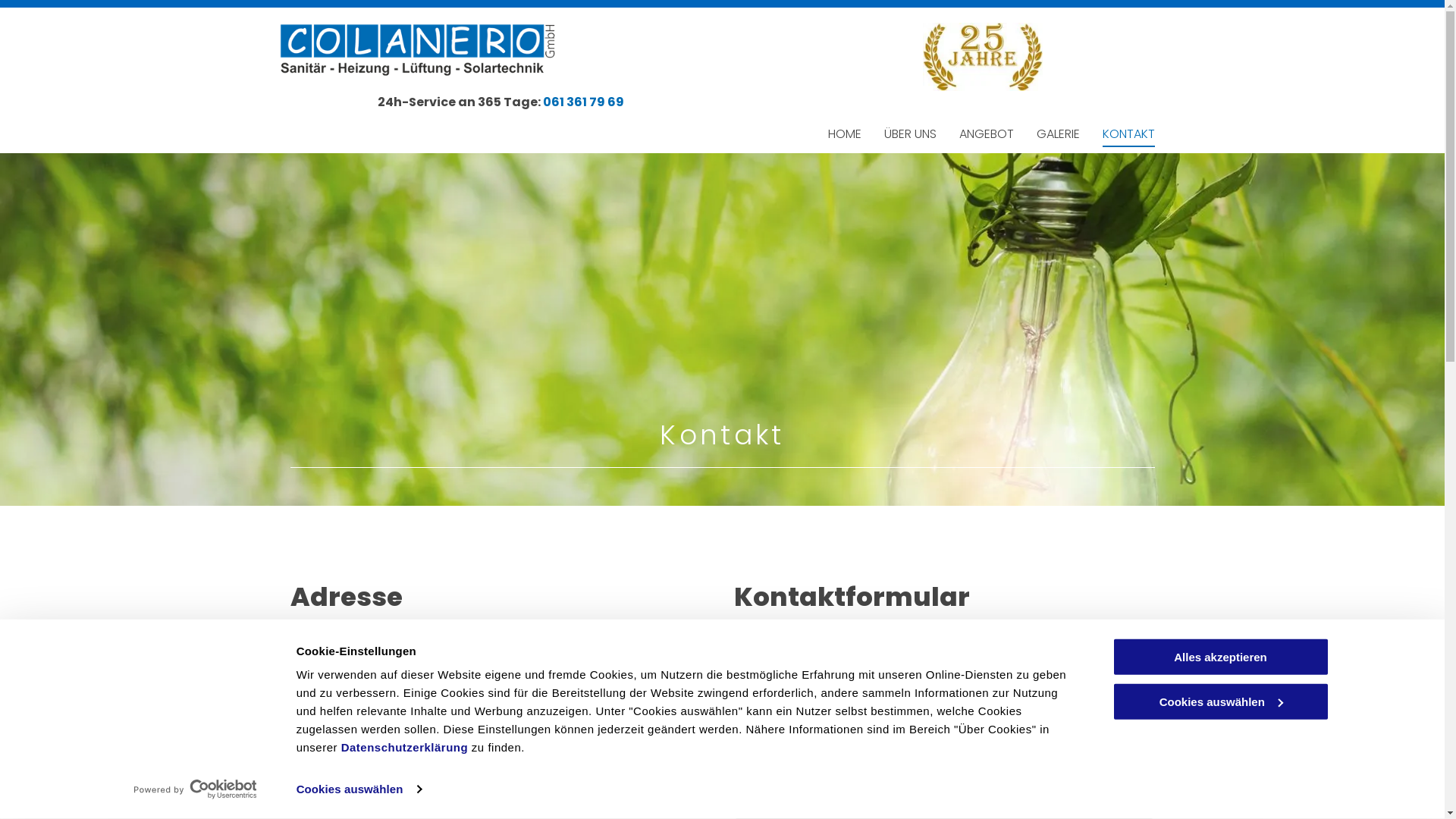 This screenshot has height=819, width=1456. What do you see at coordinates (582, 102) in the screenshot?
I see `'061 361 79 69'` at bounding box center [582, 102].